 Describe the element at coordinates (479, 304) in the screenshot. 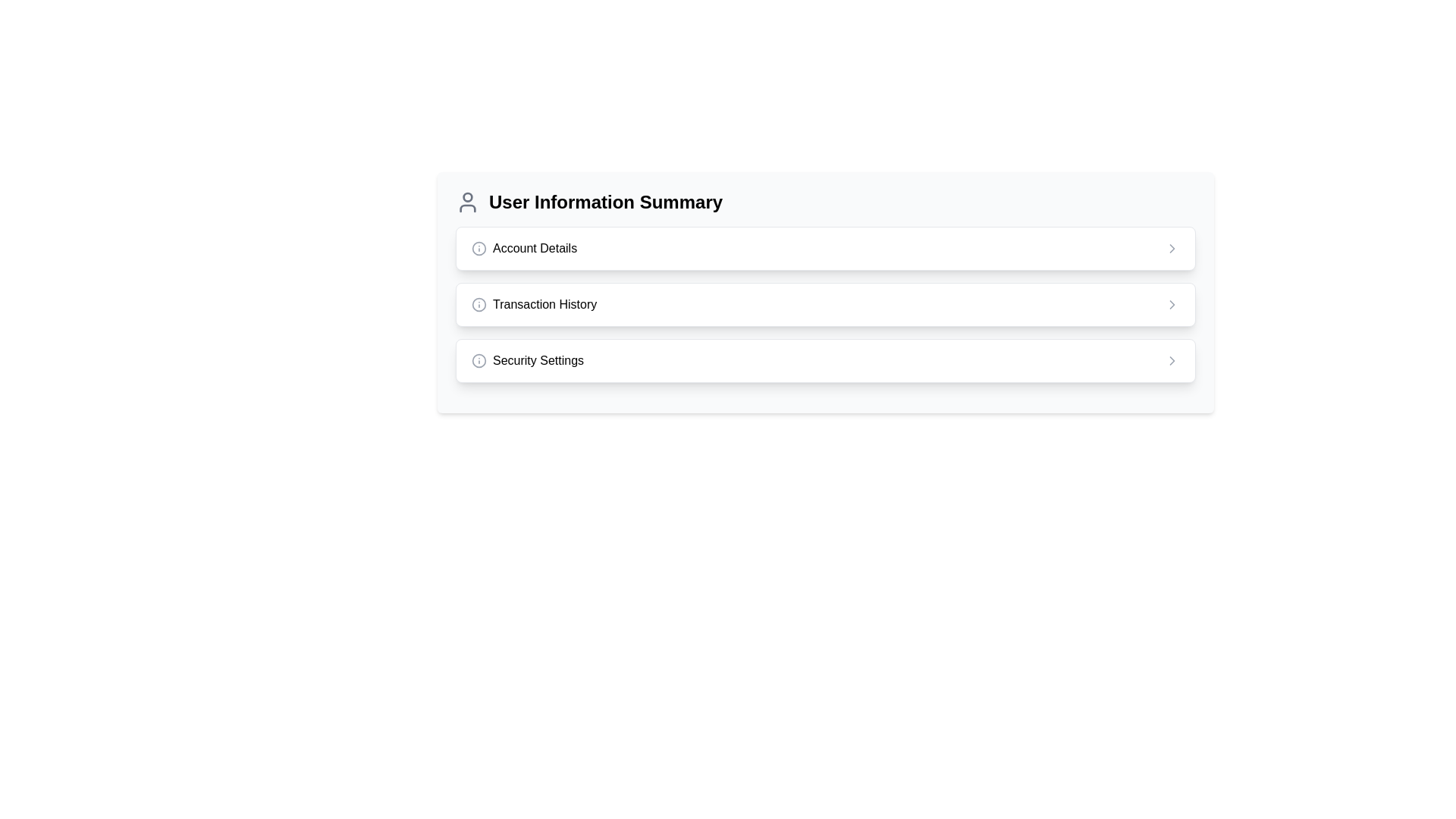

I see `the icon positioned to the left of the 'Transaction History' label to obtain further details` at that location.